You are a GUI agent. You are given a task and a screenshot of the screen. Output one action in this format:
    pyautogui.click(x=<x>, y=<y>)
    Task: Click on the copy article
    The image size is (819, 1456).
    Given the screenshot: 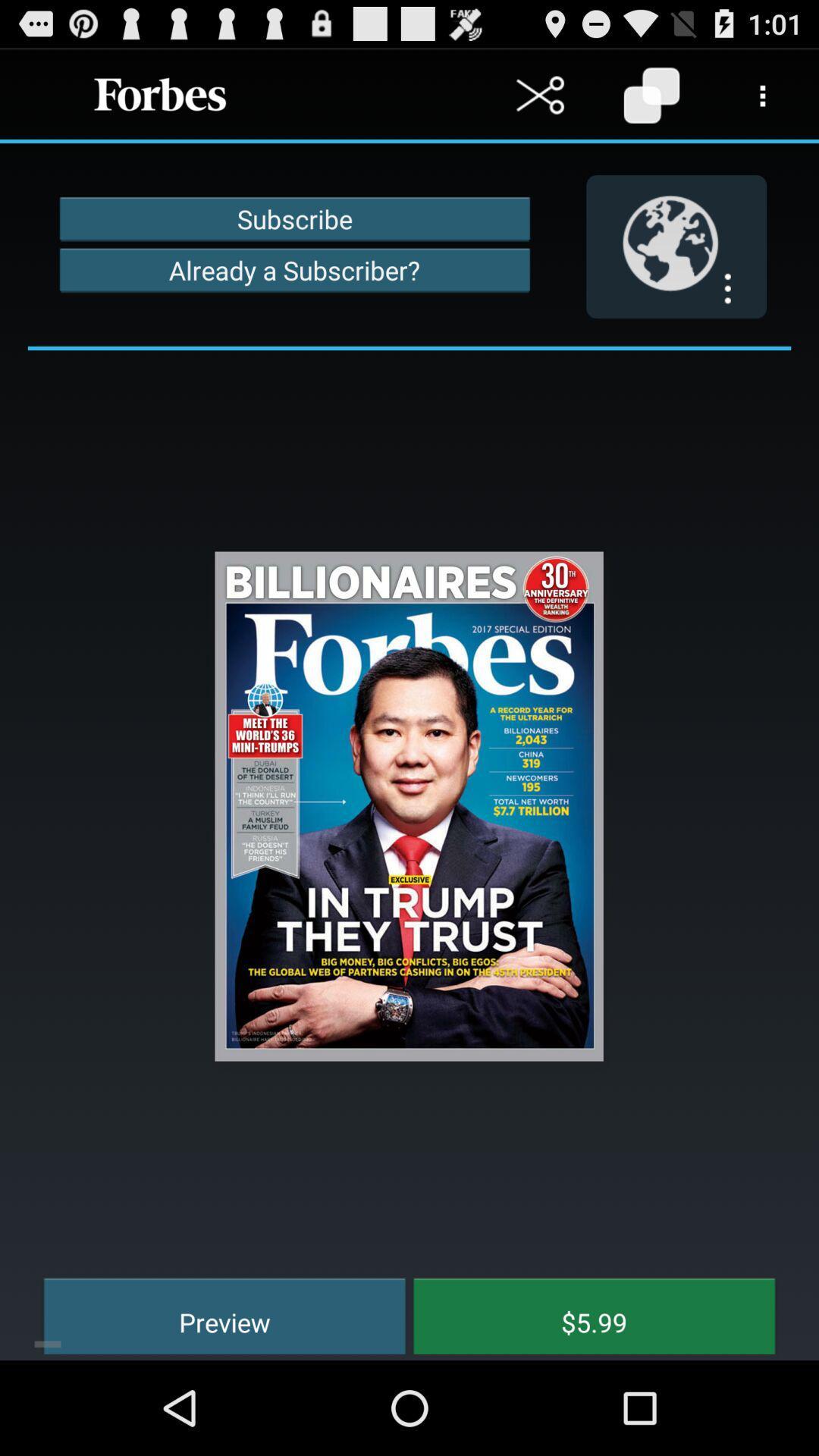 What is the action you would take?
    pyautogui.click(x=651, y=94)
    